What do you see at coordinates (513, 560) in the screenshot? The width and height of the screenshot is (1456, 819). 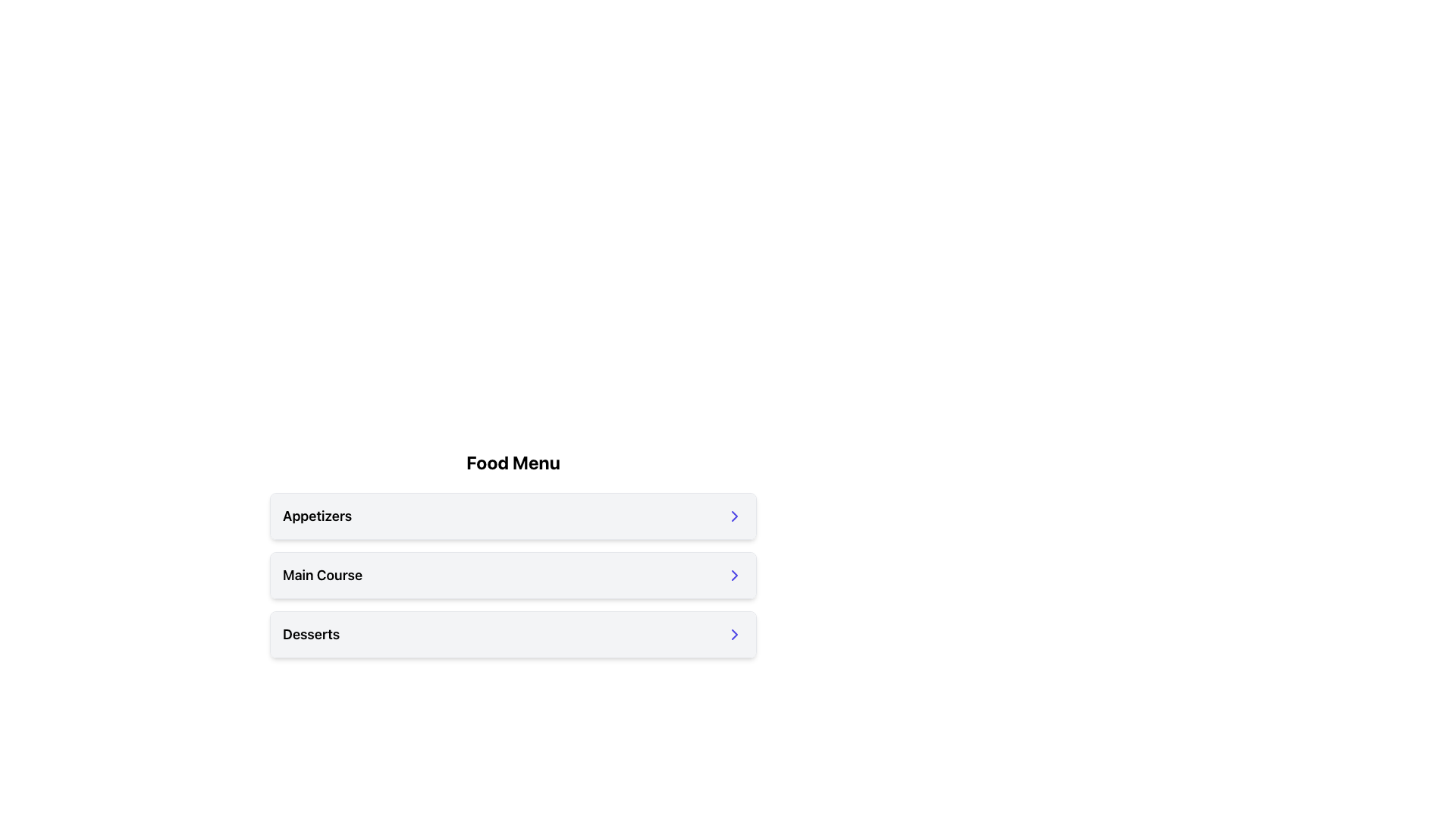 I see `the 'Main Course' section within the 'Food Menu'` at bounding box center [513, 560].